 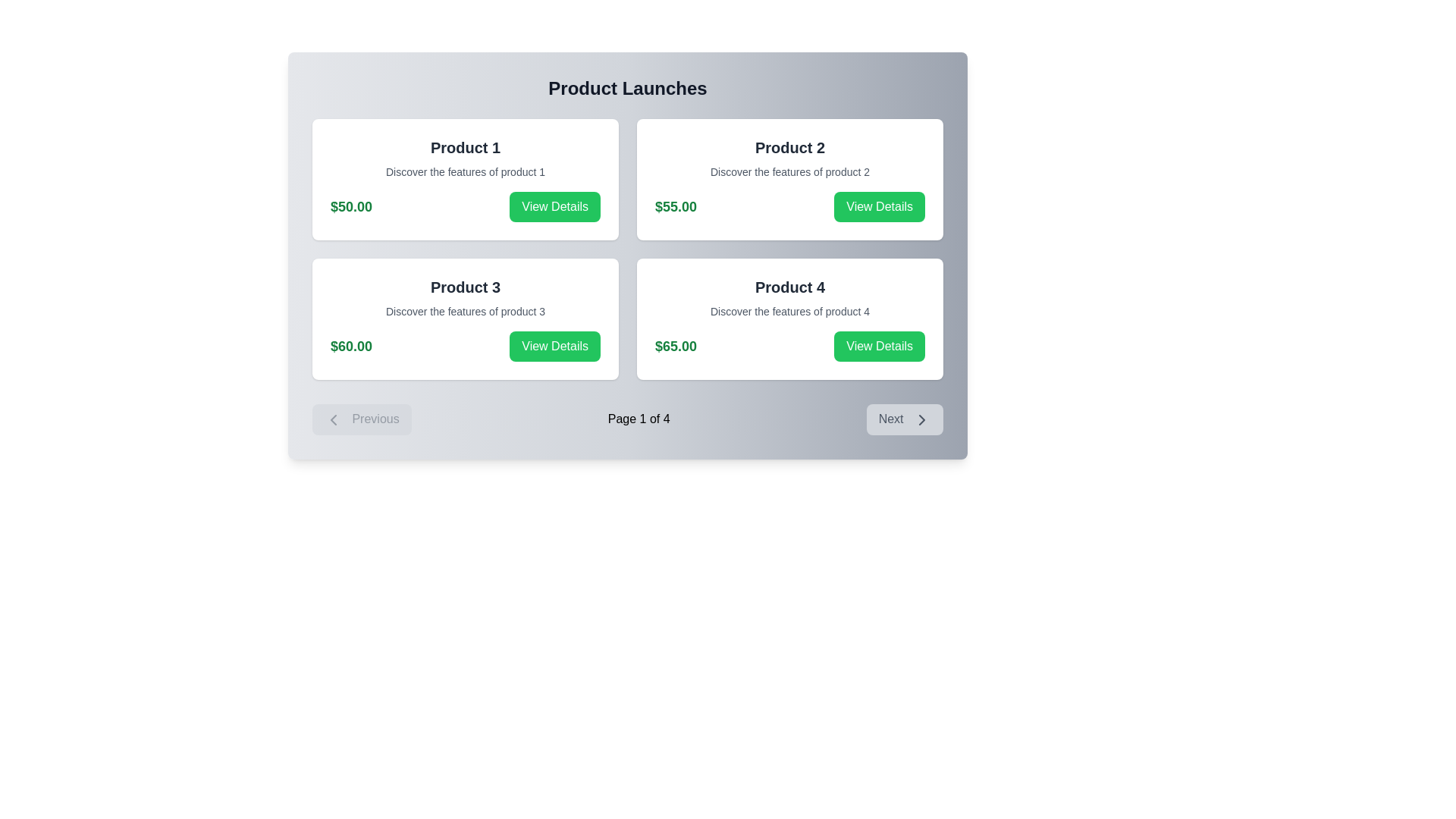 What do you see at coordinates (465, 311) in the screenshot?
I see `the text label displaying 'Discover the features of product 3', which is positioned below the title 'Product 3' and above the price and action button within the styled card` at bounding box center [465, 311].